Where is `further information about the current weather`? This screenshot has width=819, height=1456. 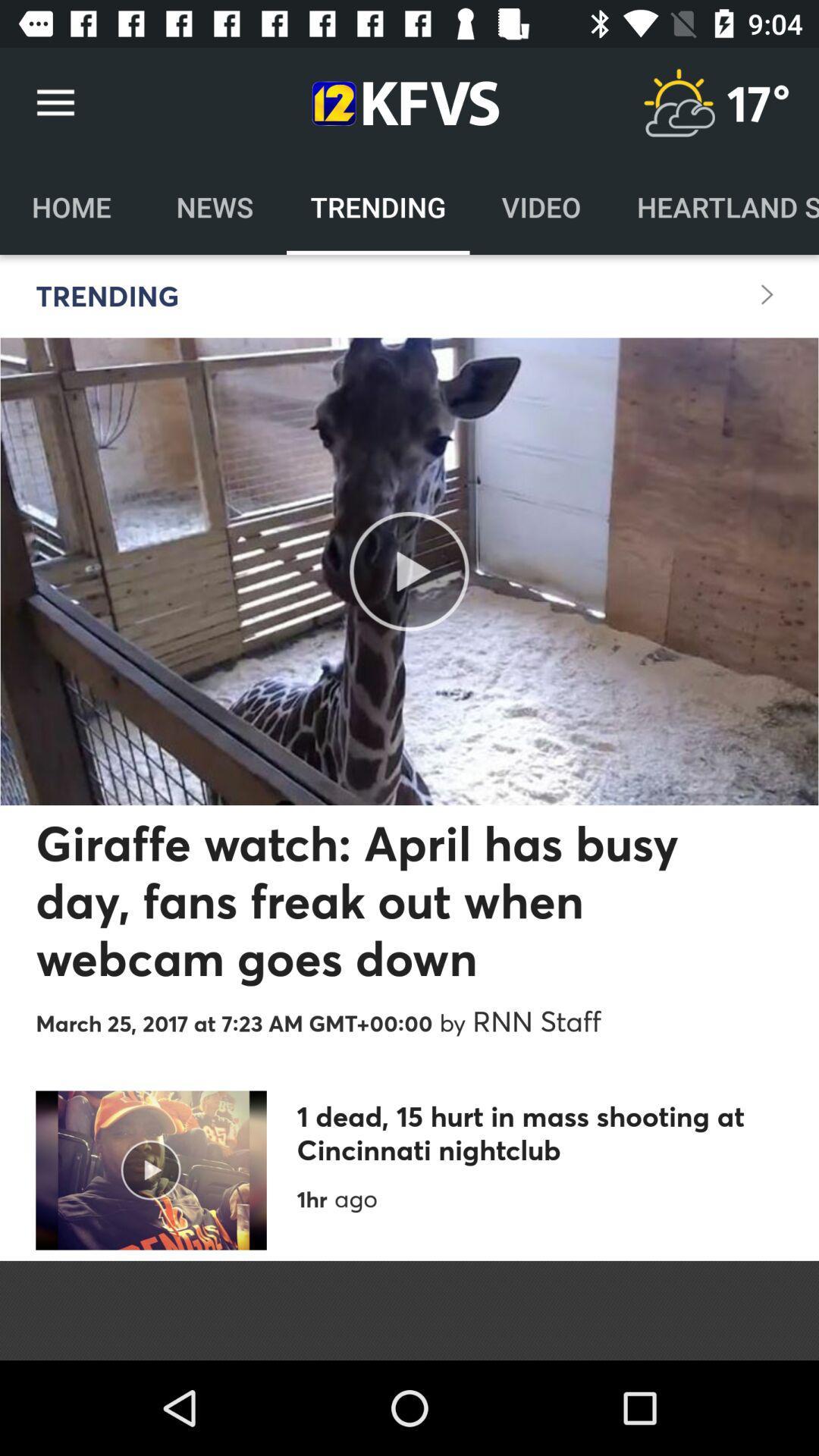
further information about the current weather is located at coordinates (678, 102).